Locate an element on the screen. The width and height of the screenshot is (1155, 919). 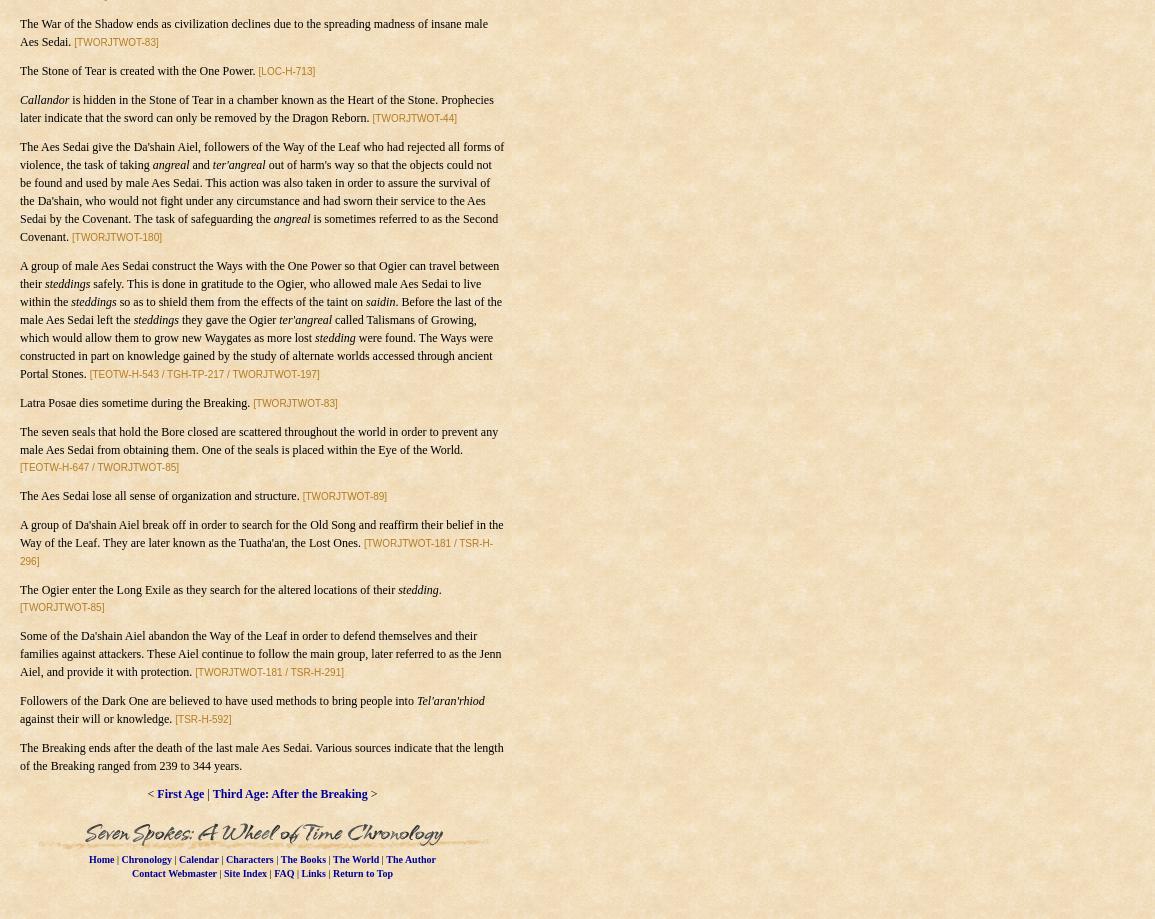
'were found. The Ways were constructed in part on knowledge gained by the study of alternate worlds accessed through ancient Portal Stones.' is located at coordinates (18, 355).